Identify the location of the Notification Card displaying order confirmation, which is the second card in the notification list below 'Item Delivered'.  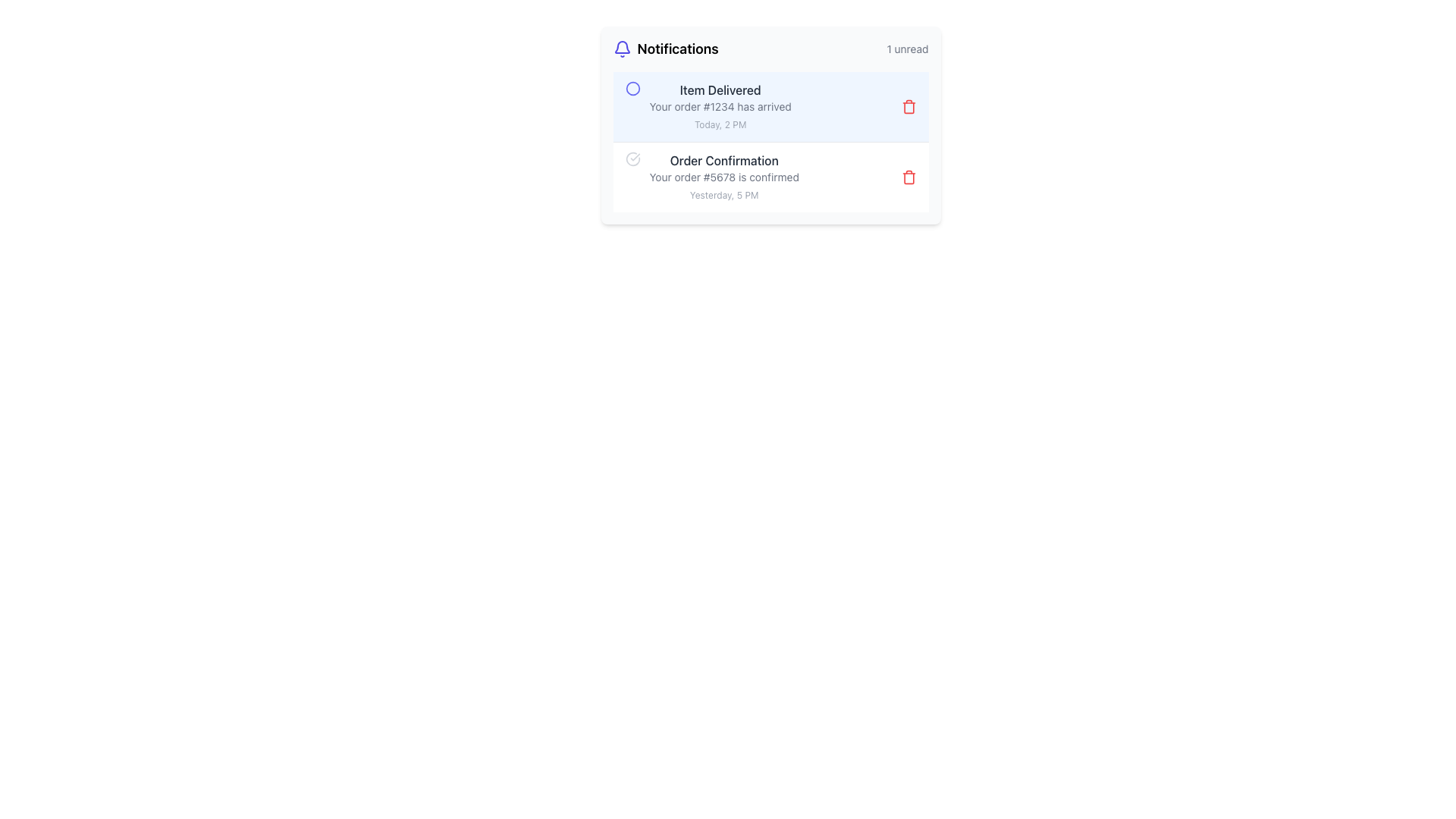
(770, 176).